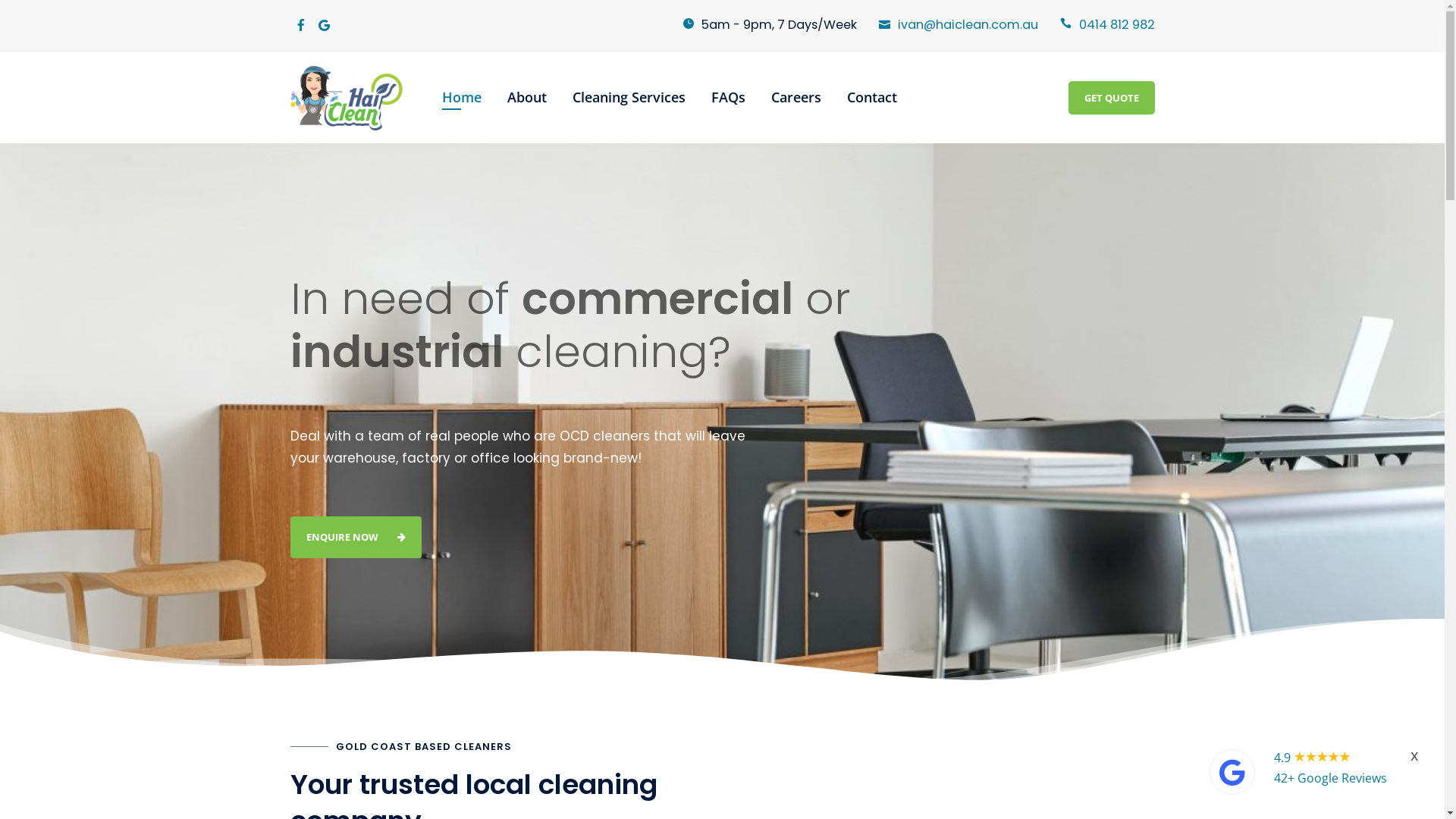 The height and width of the screenshot is (819, 1456). What do you see at coordinates (354, 536) in the screenshot?
I see `'ENQUIRE NOW'` at bounding box center [354, 536].